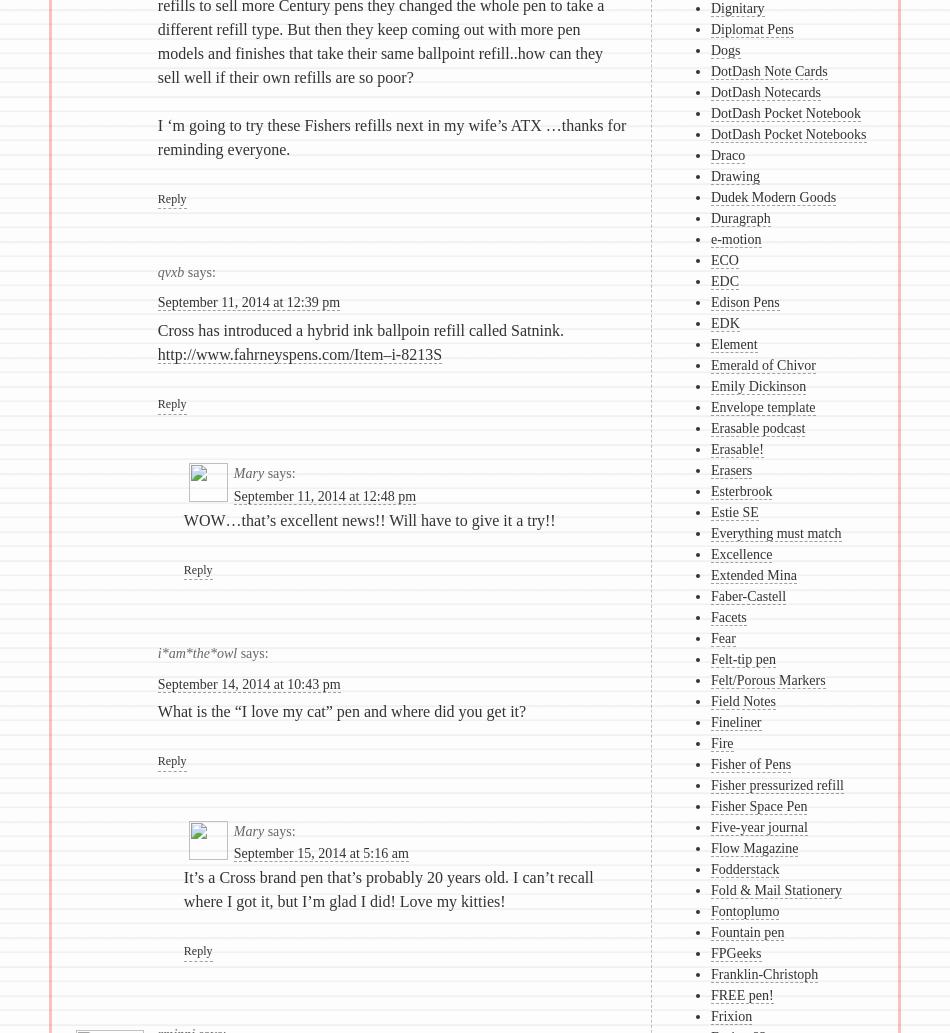 The image size is (950, 1033). Describe the element at coordinates (710, 973) in the screenshot. I see `'Franklin-Christoph'` at that location.